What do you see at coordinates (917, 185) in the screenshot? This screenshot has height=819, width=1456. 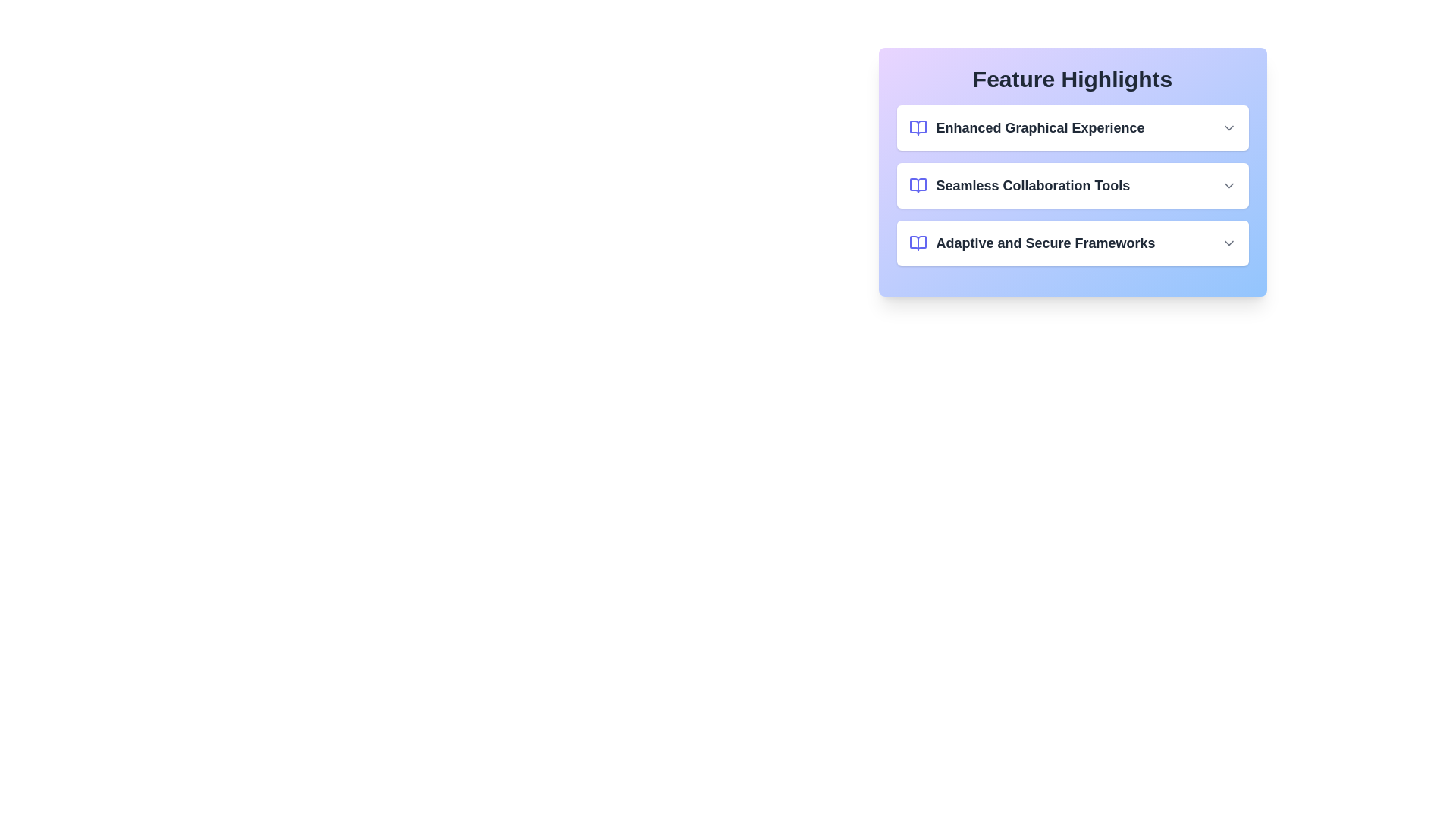 I see `the open book icon representing 'Seamless Collaboration Tools' in the sidebar for information` at bounding box center [917, 185].